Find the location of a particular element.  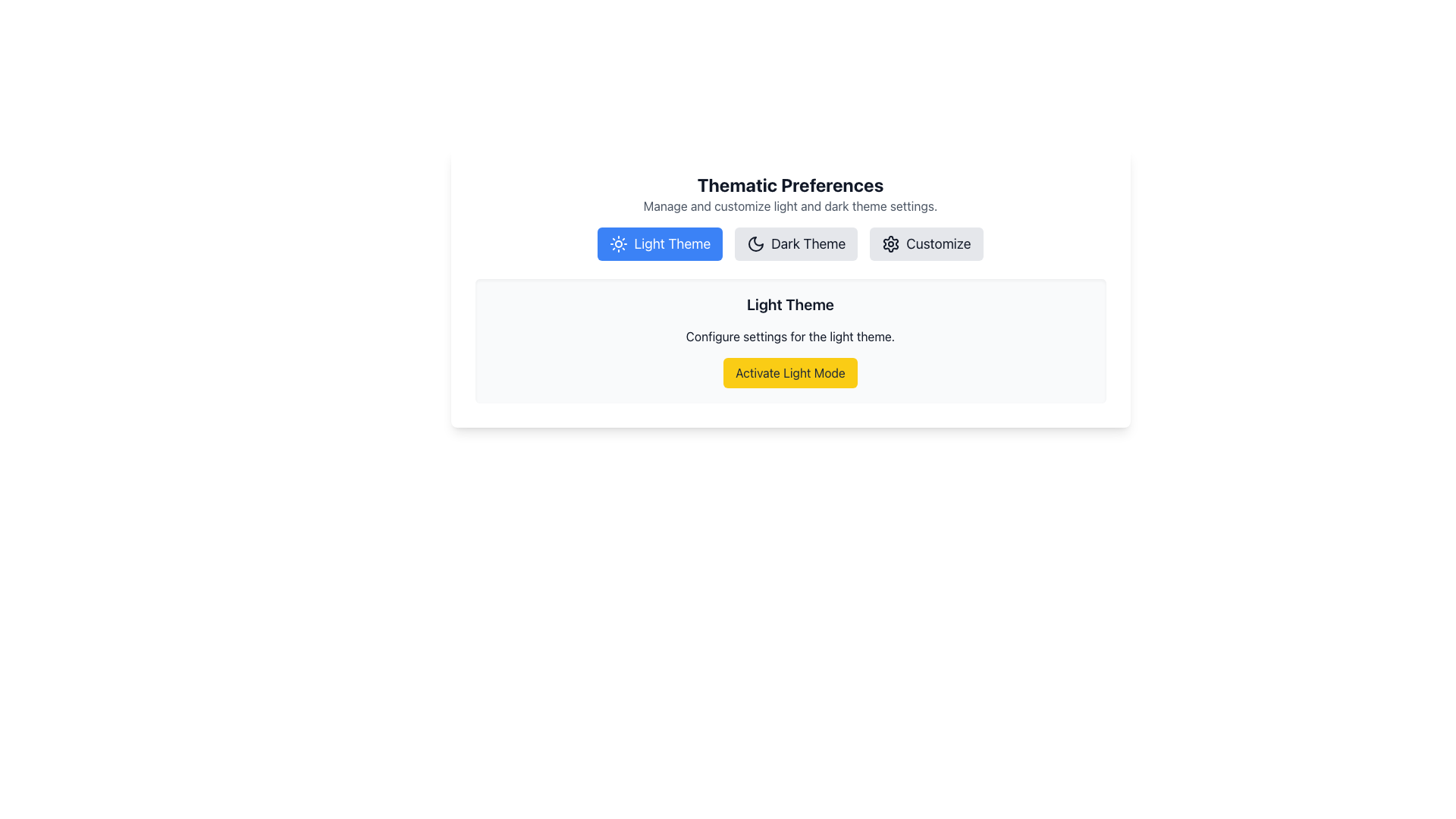

the sun icon located on the left side of the 'Light Theme' button at the top of the thematic preferences section is located at coordinates (619, 243).